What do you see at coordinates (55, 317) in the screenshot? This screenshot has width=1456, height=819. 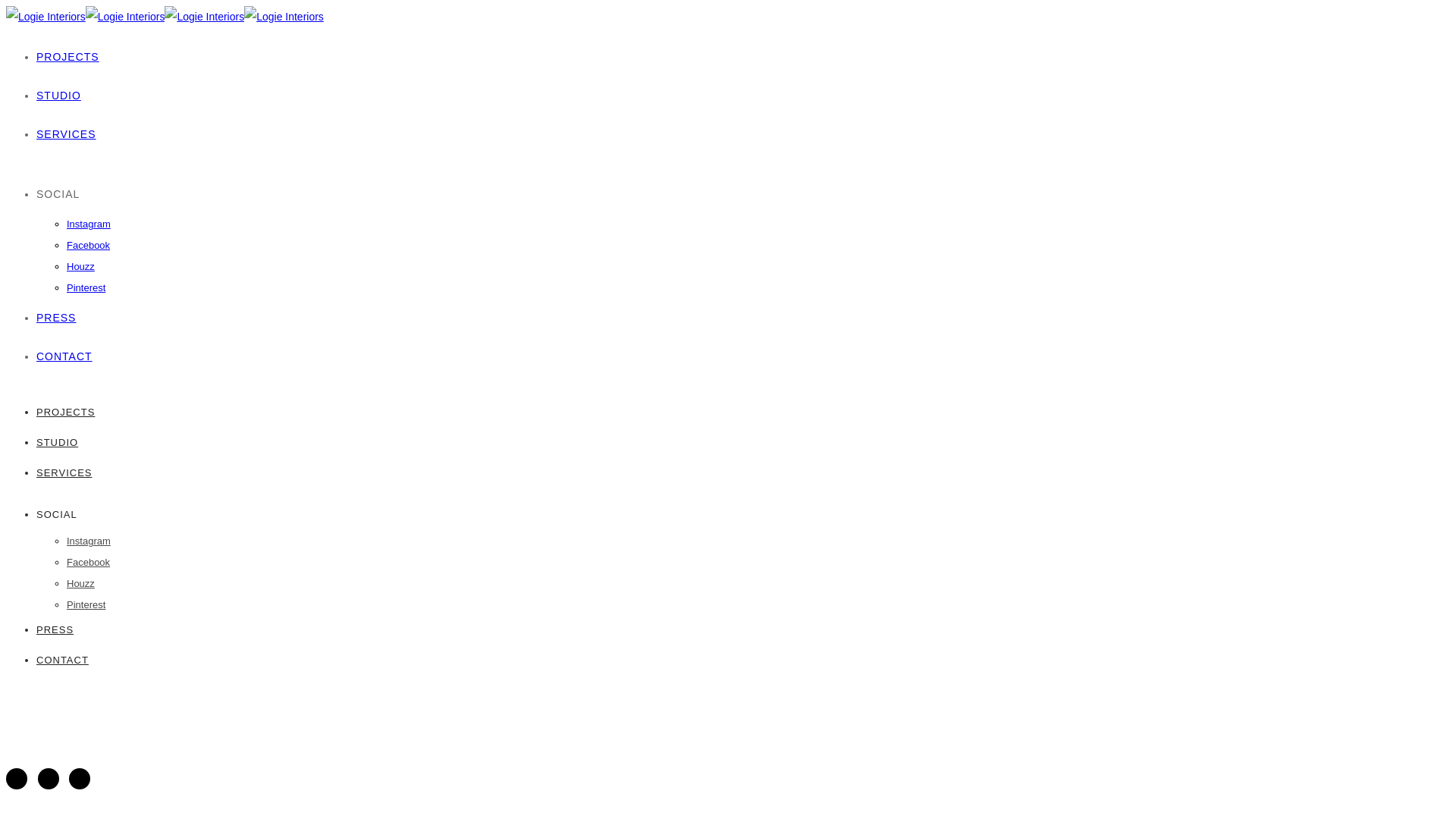 I see `'PRESS'` at bounding box center [55, 317].